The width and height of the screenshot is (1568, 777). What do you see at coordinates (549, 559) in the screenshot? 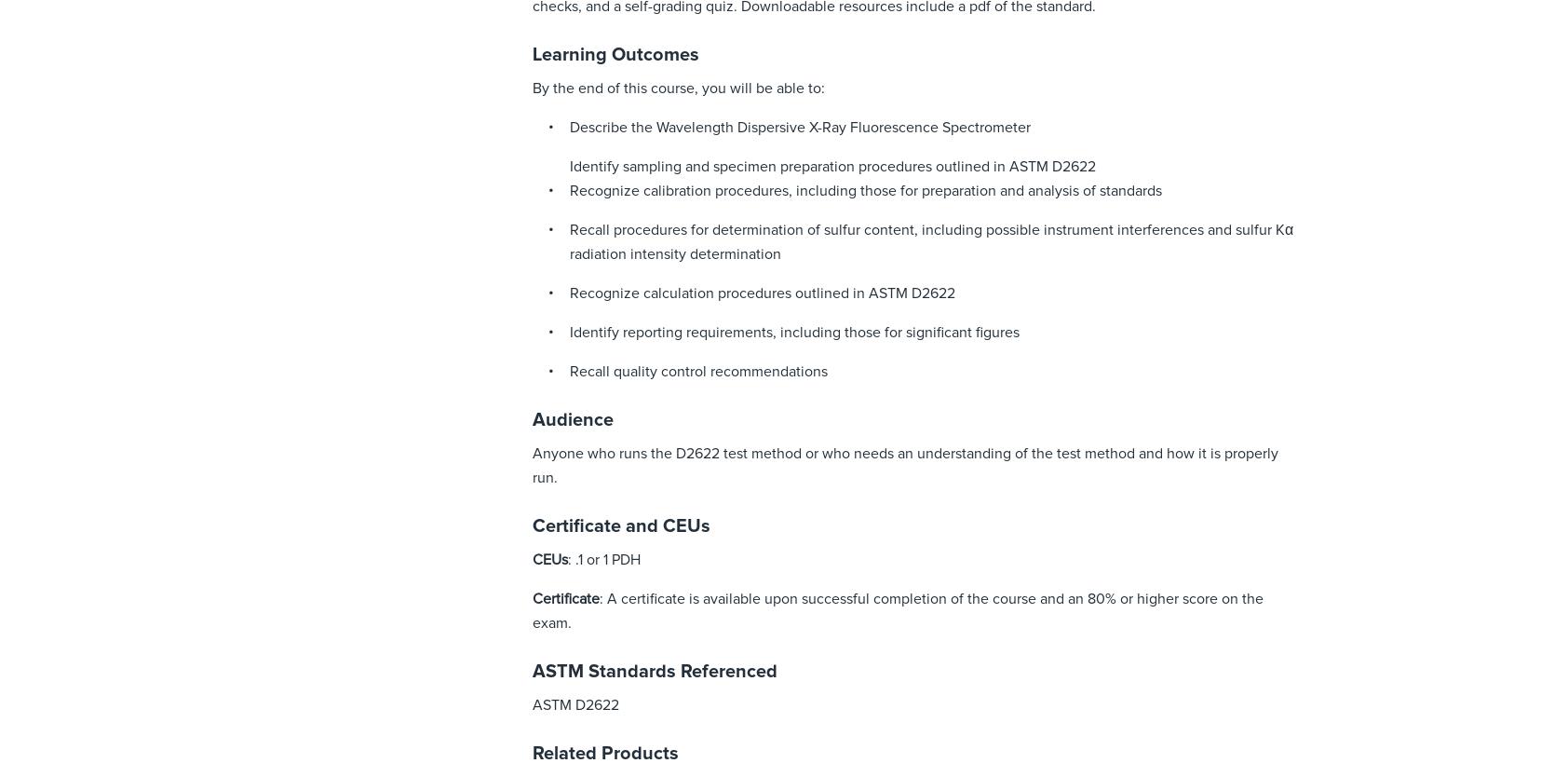
I see `'CEUs'` at bounding box center [549, 559].